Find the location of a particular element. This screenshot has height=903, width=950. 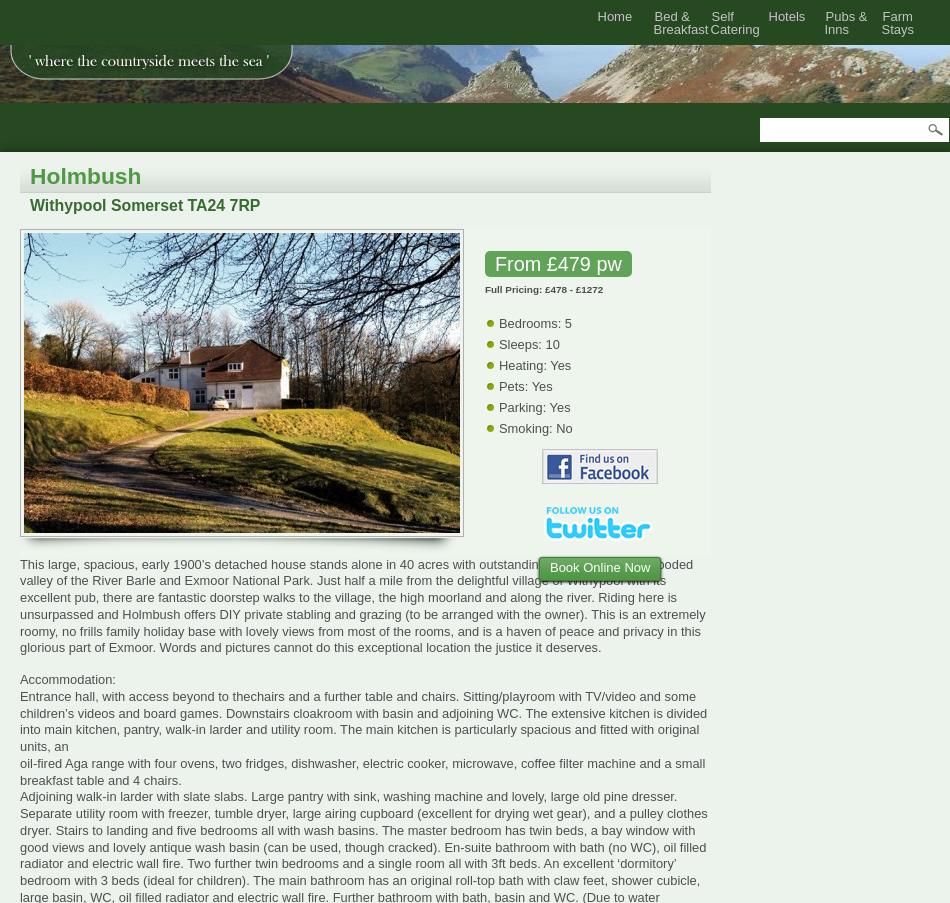

'Book Online Now' is located at coordinates (549, 566).